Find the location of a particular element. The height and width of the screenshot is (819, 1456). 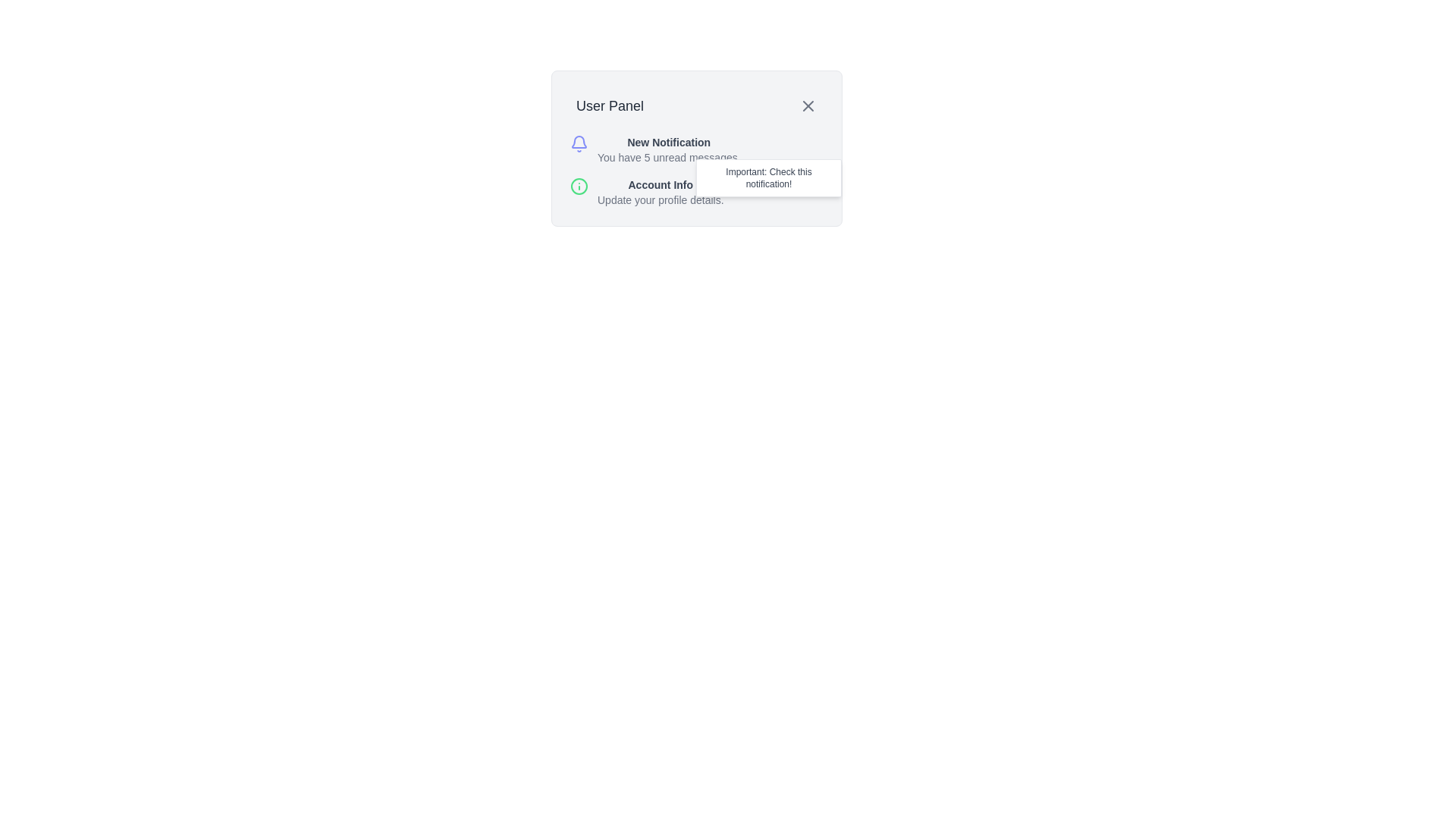

text displayed in the Text Label that serves as a title for new updates or messages in the User Panel, located under the bell icon is located at coordinates (668, 143).